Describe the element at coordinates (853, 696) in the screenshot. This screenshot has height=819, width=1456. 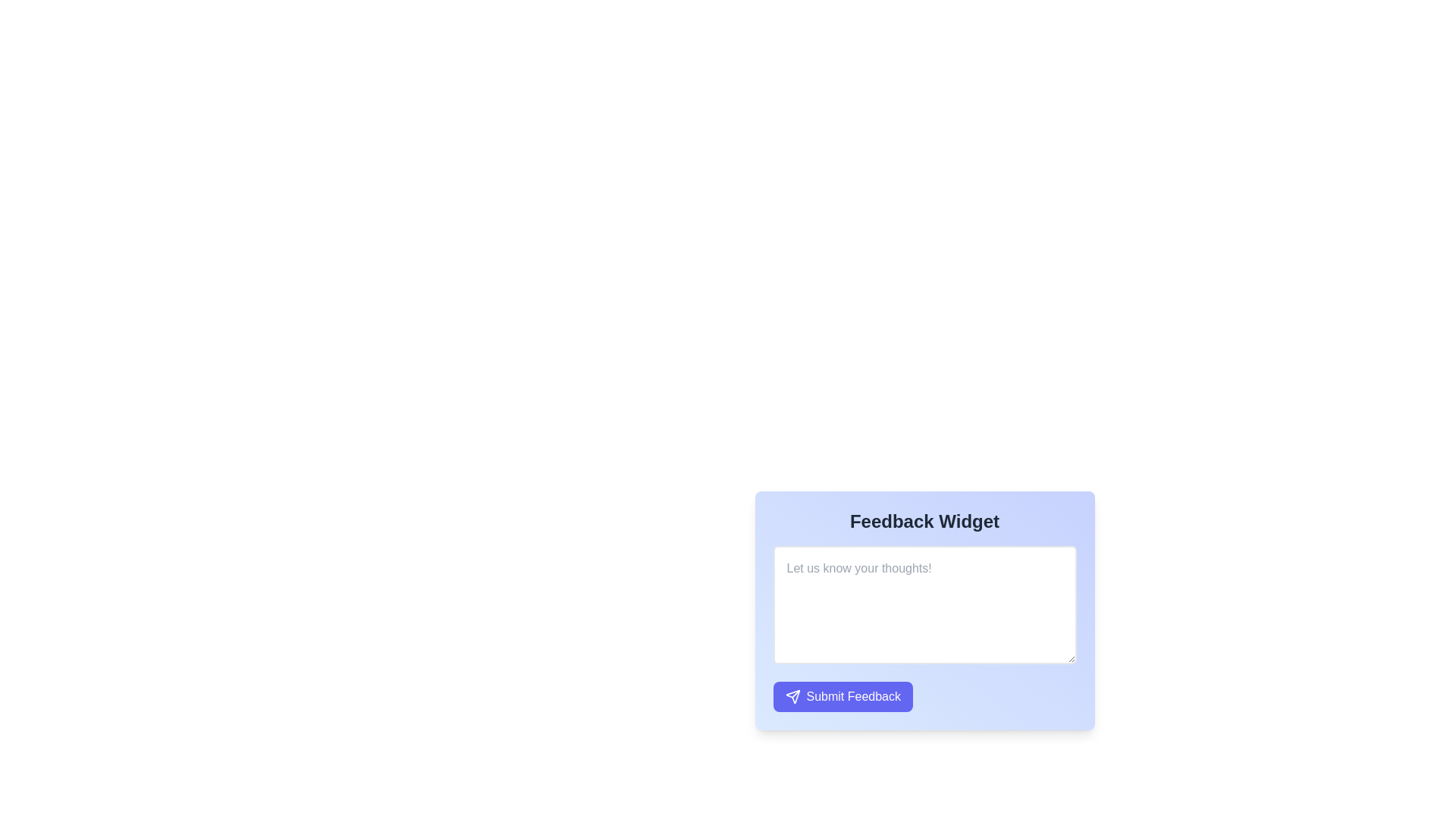
I see `the 'Submit Feedback' text label, which is styled with white text on a blue background and positioned under the text input field, as part of the button containing a paper plane icon` at that location.